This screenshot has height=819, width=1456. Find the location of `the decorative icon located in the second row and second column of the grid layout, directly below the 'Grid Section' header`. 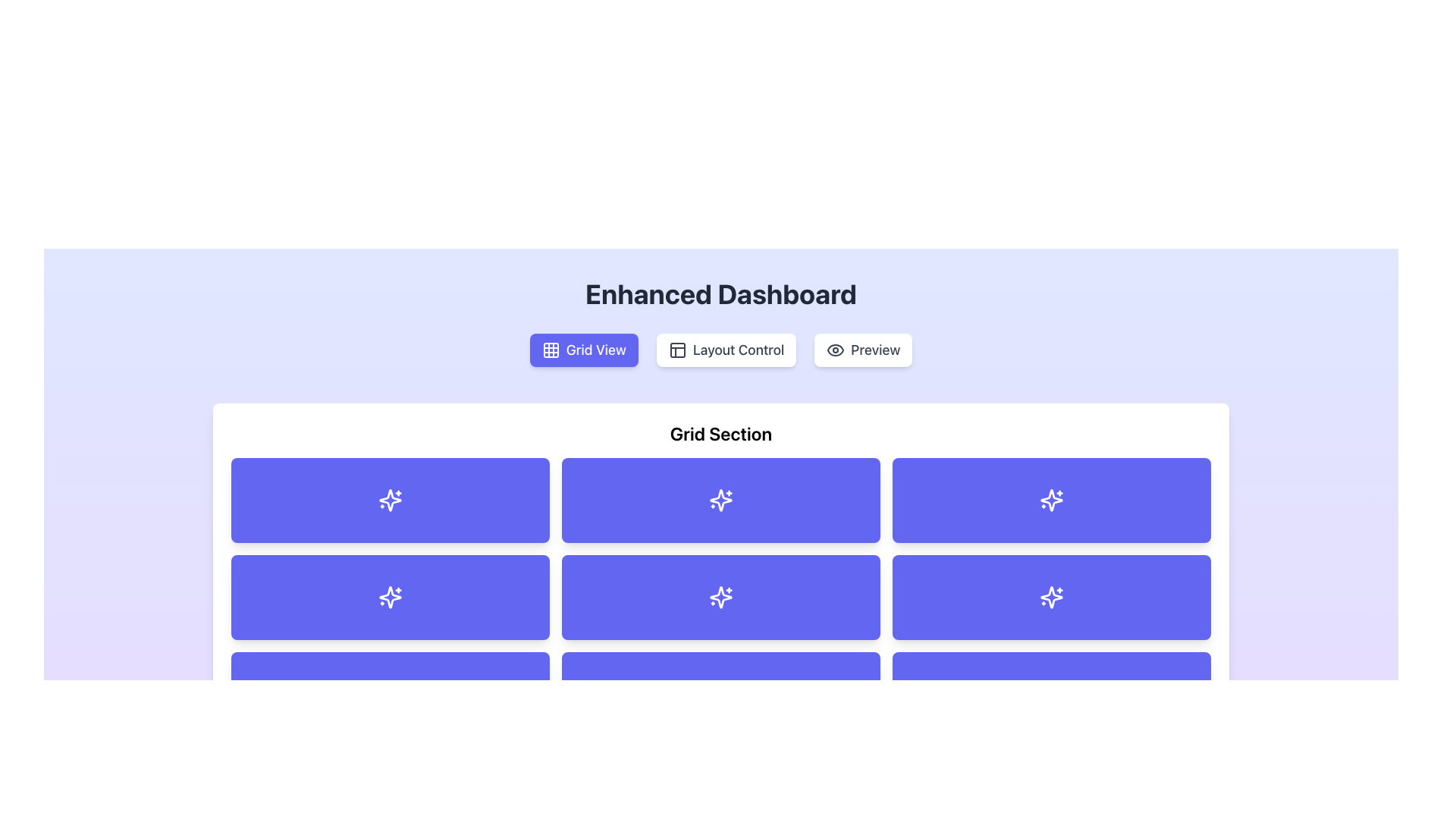

the decorative icon located in the second row and second column of the grid layout, directly below the 'Grid Section' header is located at coordinates (720, 500).